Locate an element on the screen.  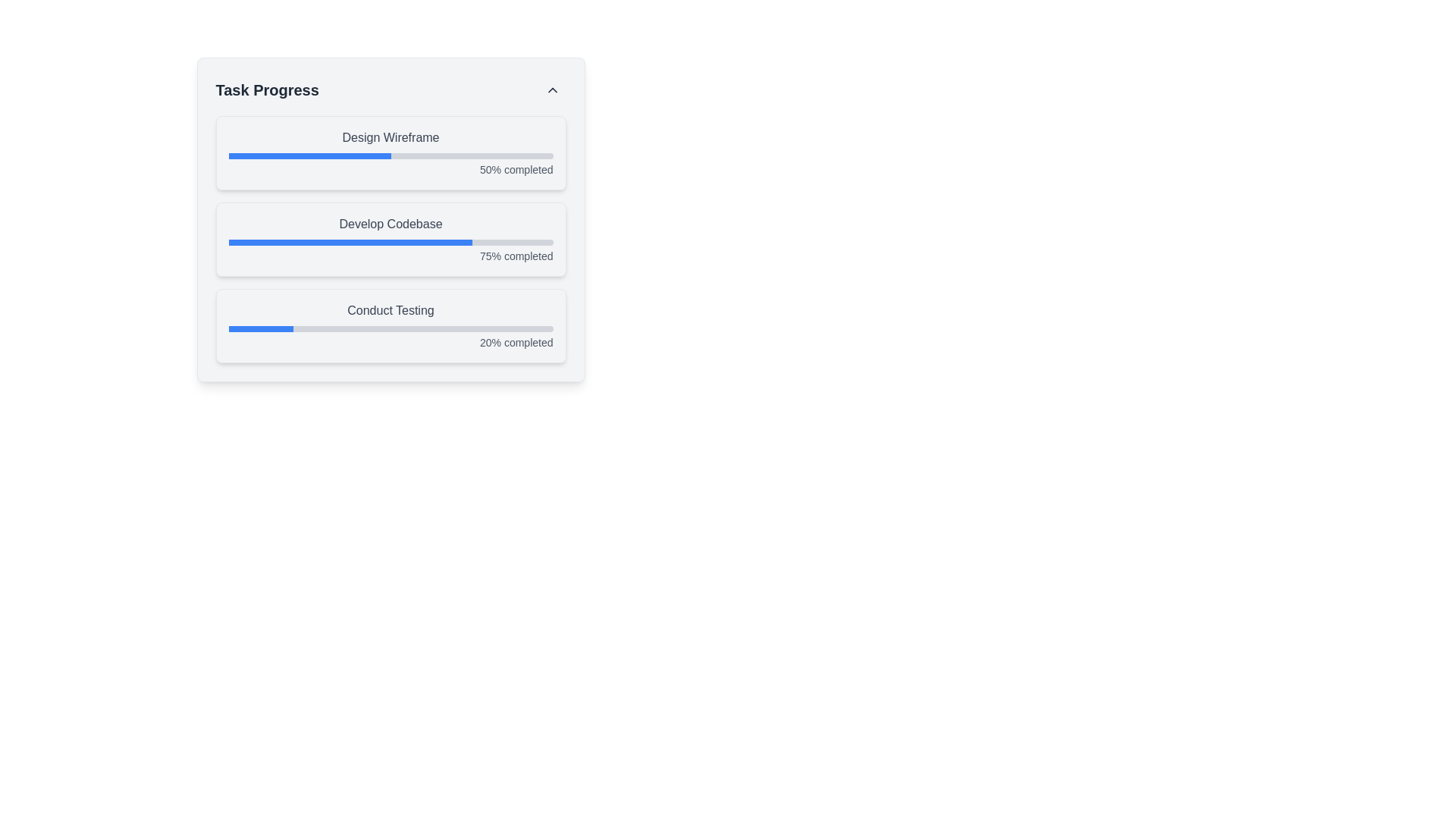
progress data displayed in the Progress Tracker Layout, which visually represents the completion percentage of tasks: 'Design Wireframe', 'Develop Codebase', and 'Conduct Testing' is located at coordinates (391, 219).